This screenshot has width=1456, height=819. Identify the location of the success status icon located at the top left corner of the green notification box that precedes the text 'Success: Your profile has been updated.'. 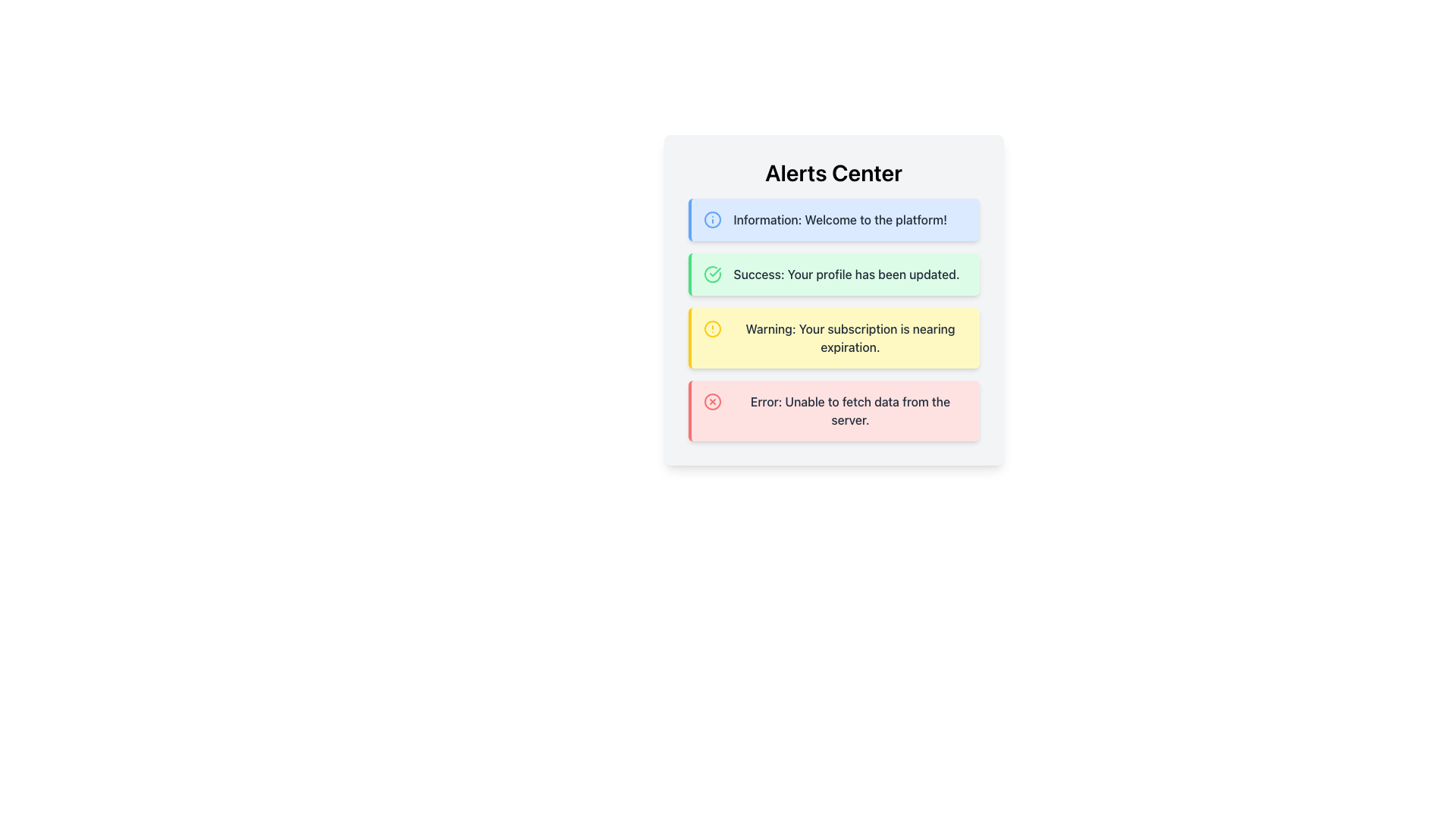
(717, 275).